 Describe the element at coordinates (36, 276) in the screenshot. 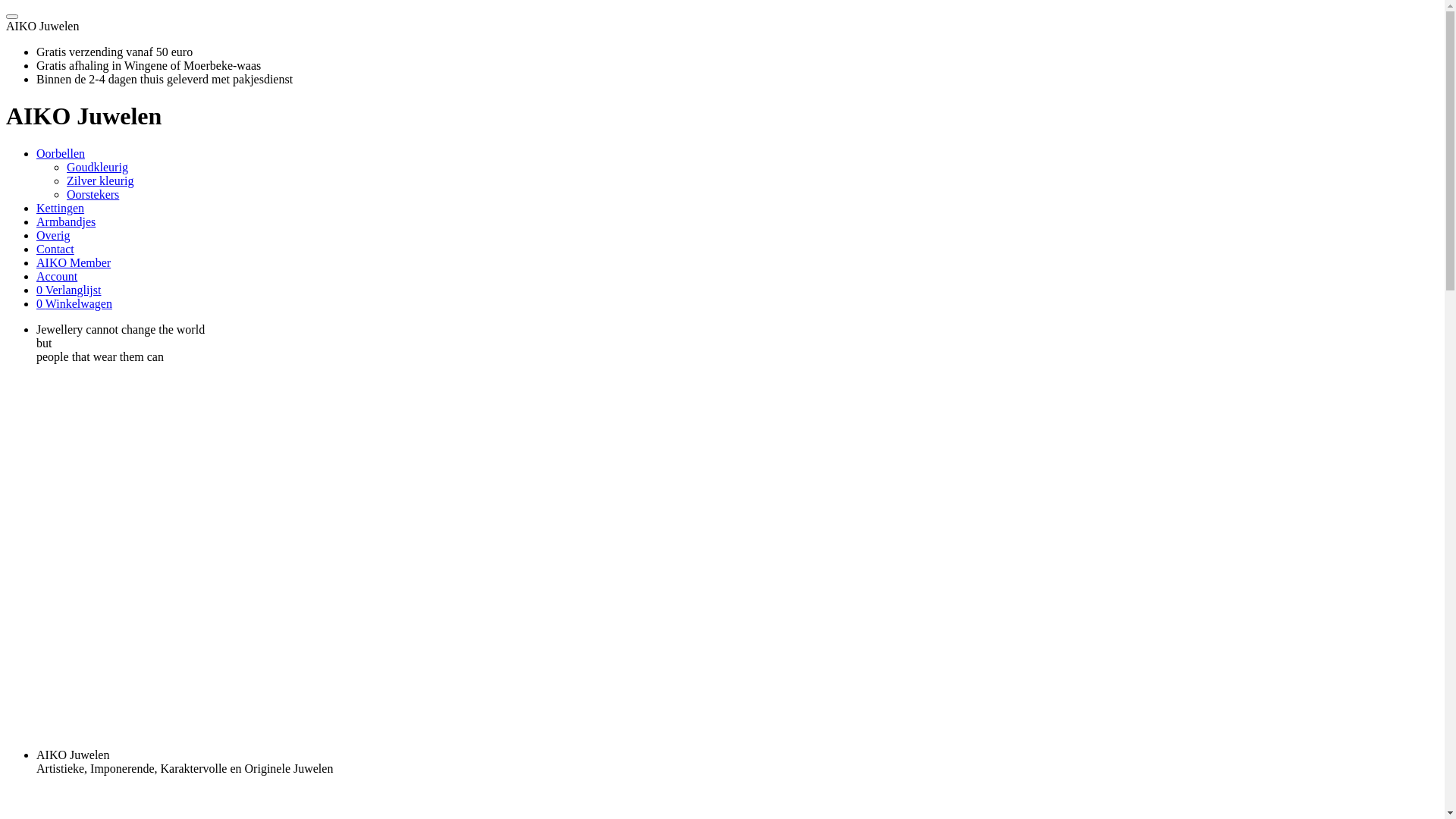

I see `'Account'` at that location.